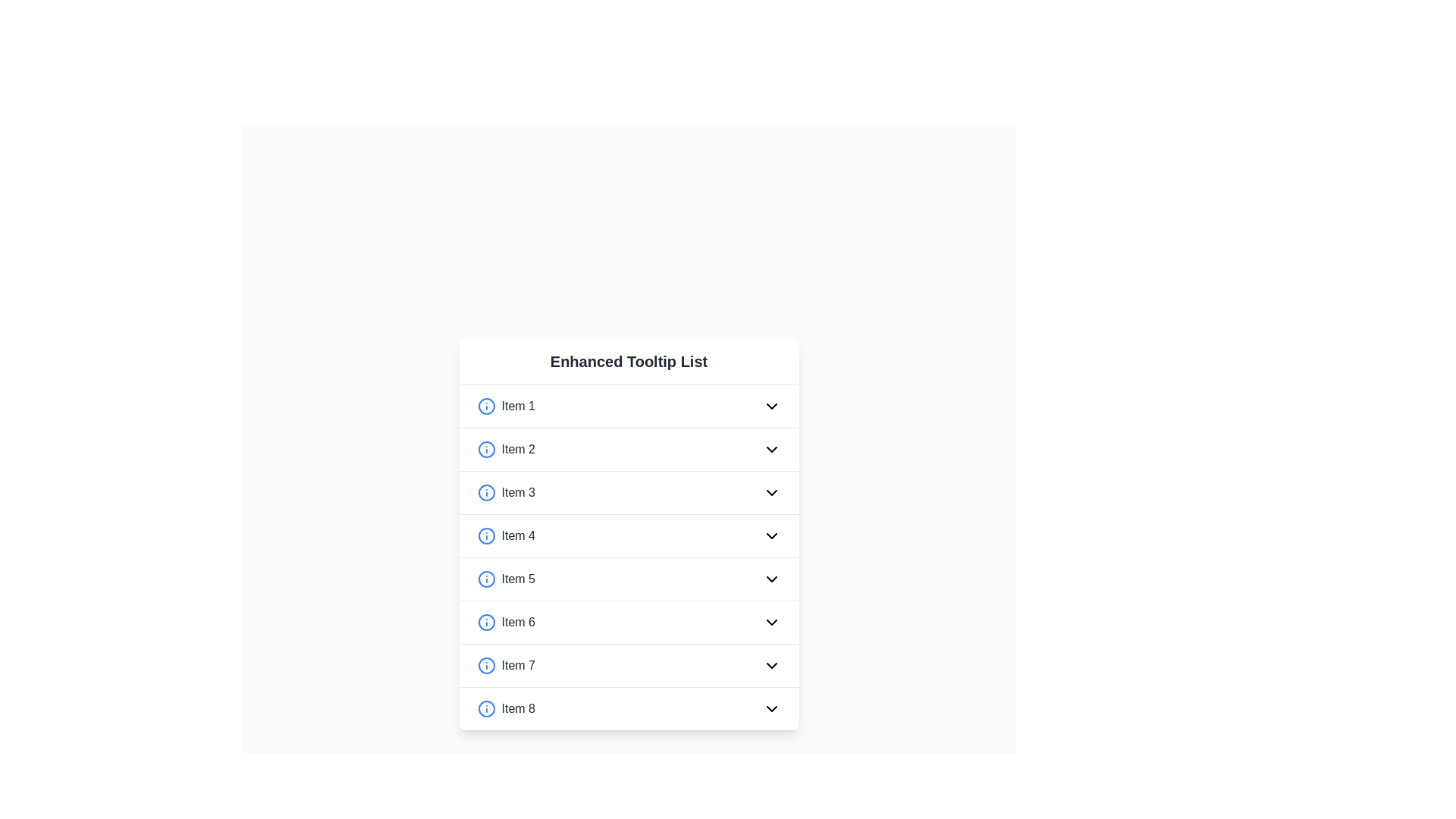  What do you see at coordinates (486, 493) in the screenshot?
I see `the icon located to the left of 'Item 3' in the list` at bounding box center [486, 493].